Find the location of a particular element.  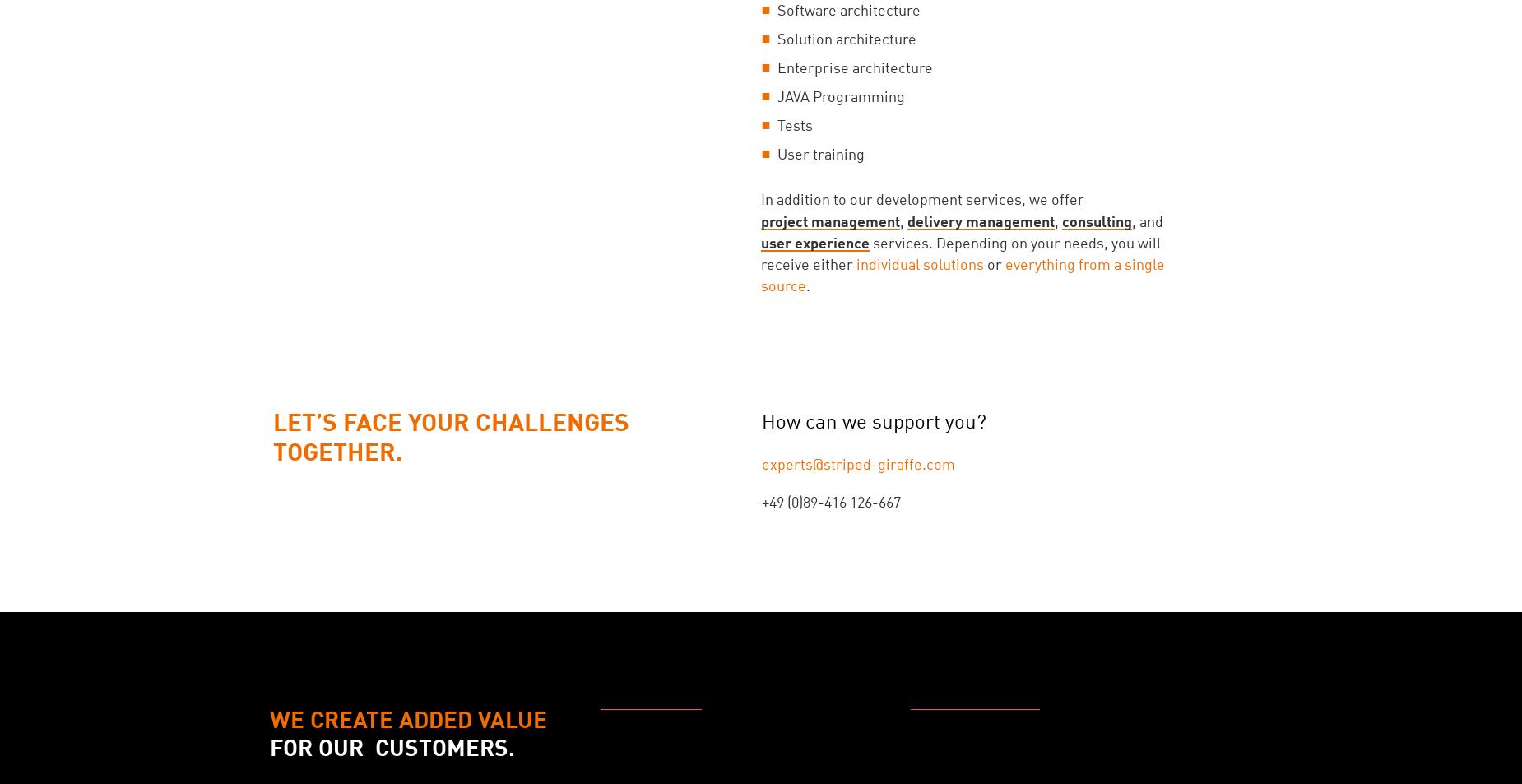

'More Details' is located at coordinates (908, 690).